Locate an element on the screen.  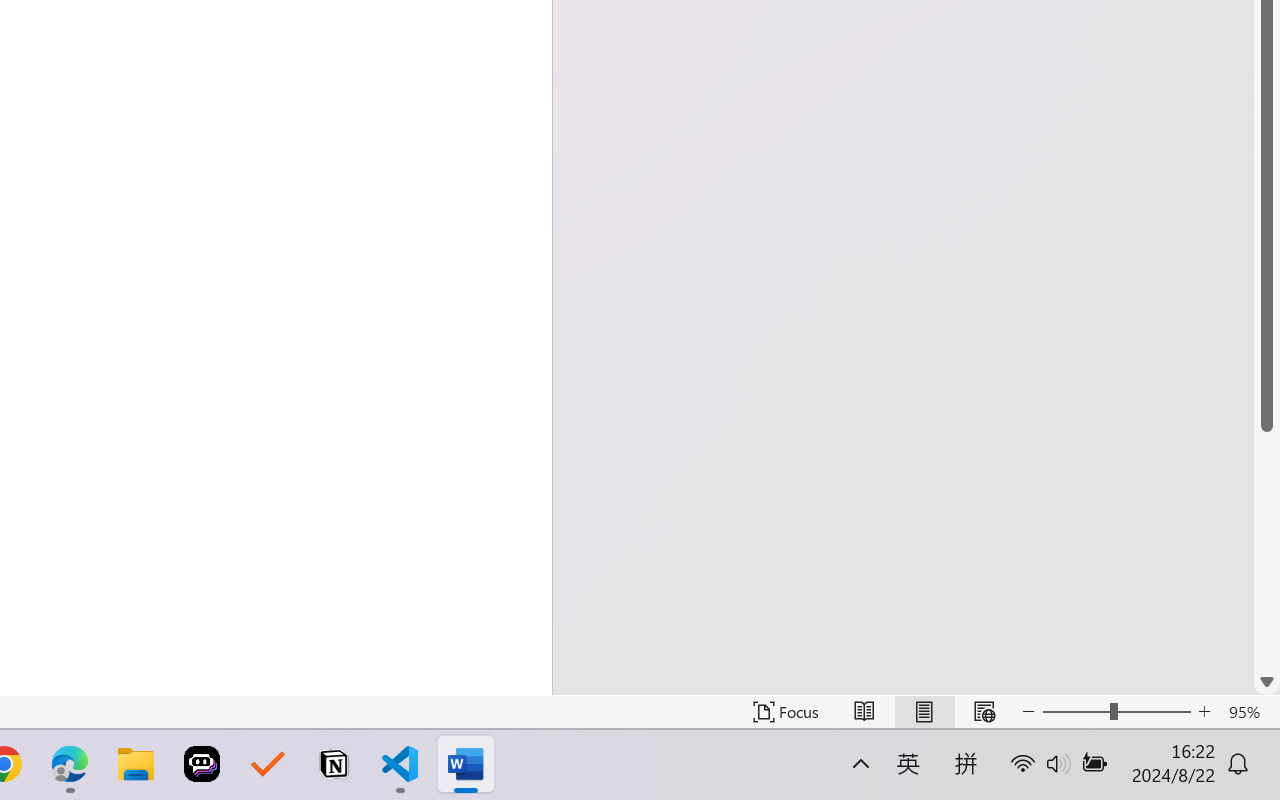
'Line down' is located at coordinates (1266, 682).